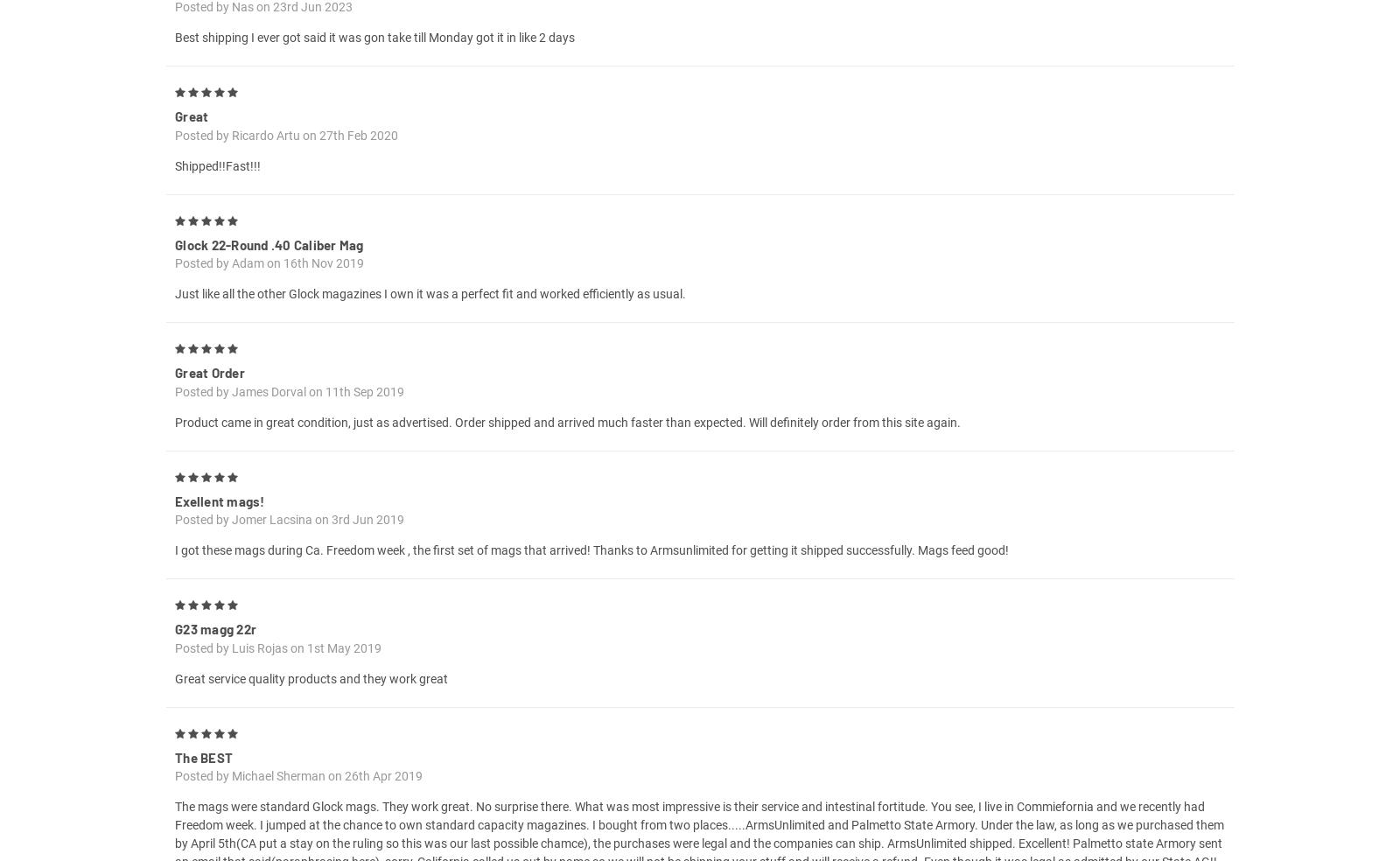 The image size is (1400, 861). Describe the element at coordinates (174, 136) in the screenshot. I see `'Great'` at that location.